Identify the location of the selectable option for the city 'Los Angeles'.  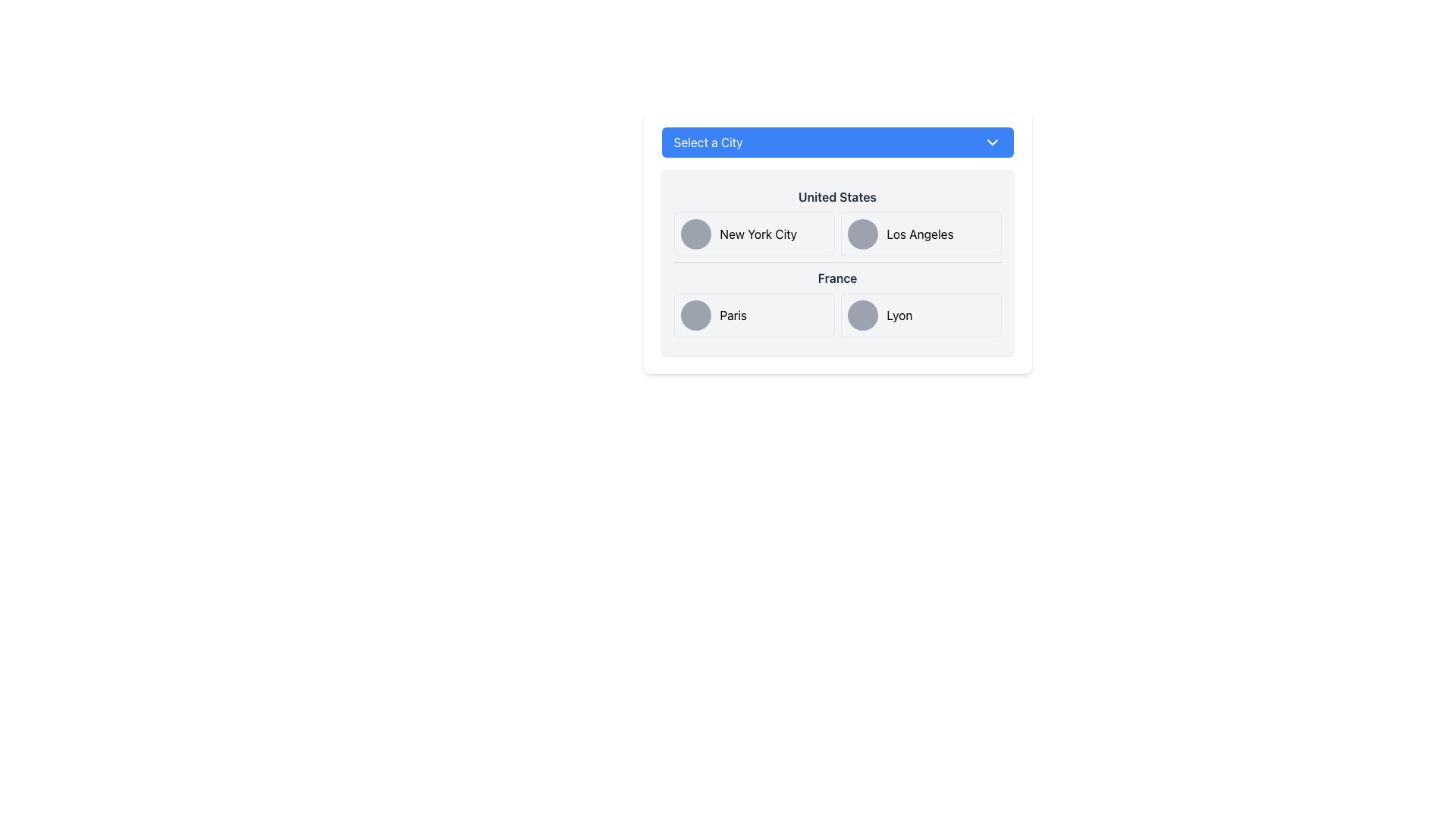
(920, 234).